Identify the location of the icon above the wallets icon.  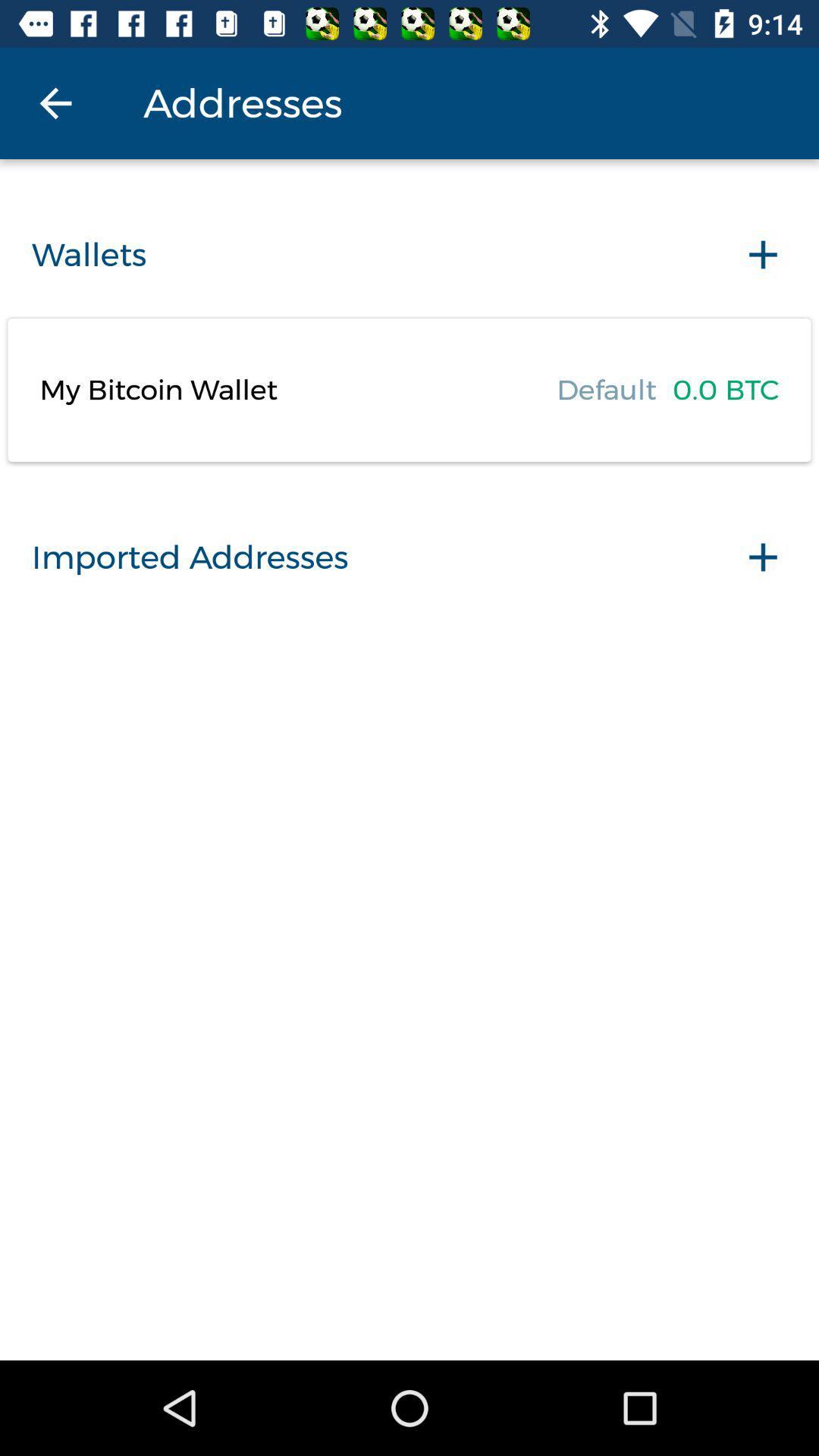
(55, 102).